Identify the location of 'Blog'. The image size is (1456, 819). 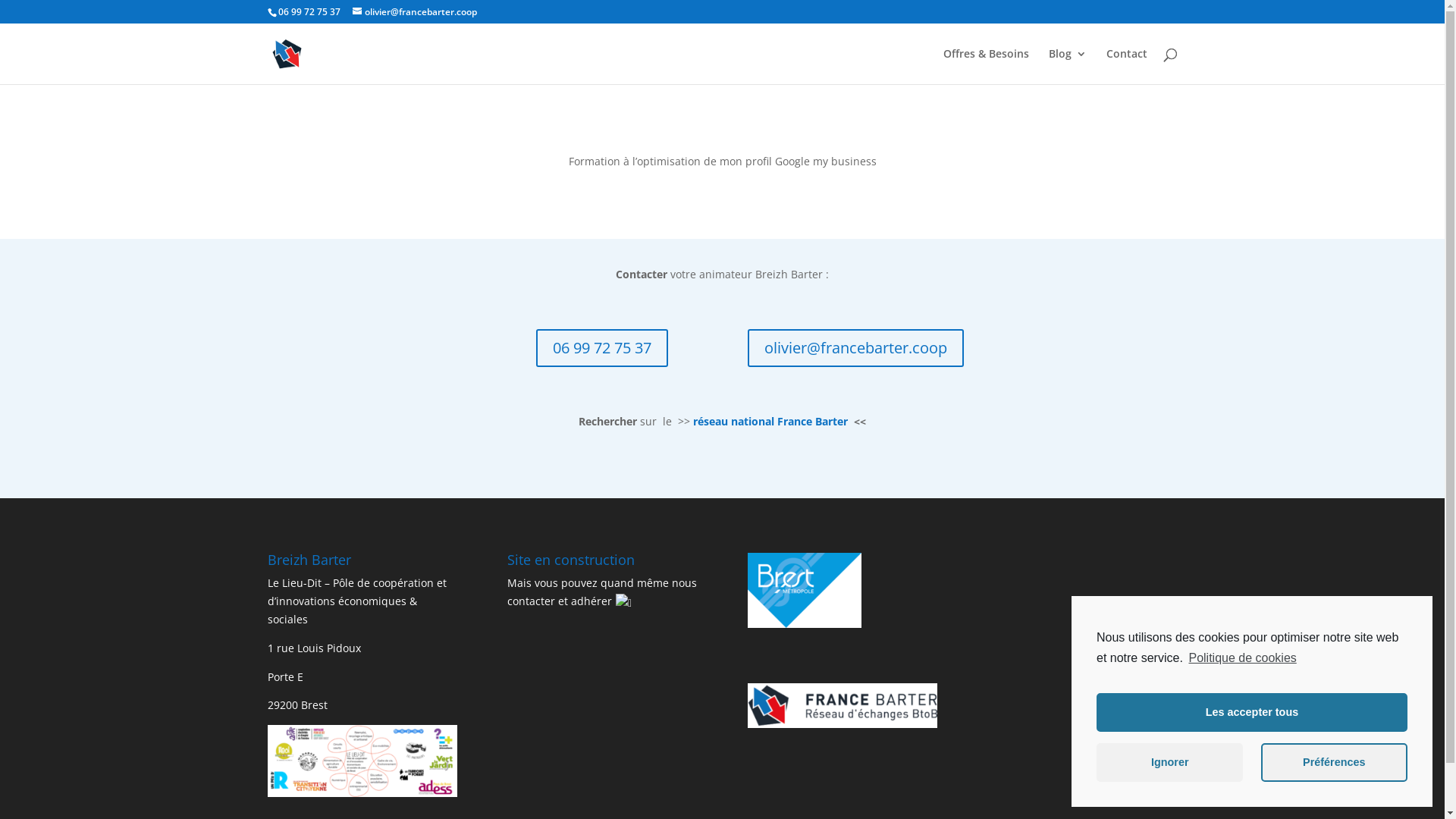
(1065, 65).